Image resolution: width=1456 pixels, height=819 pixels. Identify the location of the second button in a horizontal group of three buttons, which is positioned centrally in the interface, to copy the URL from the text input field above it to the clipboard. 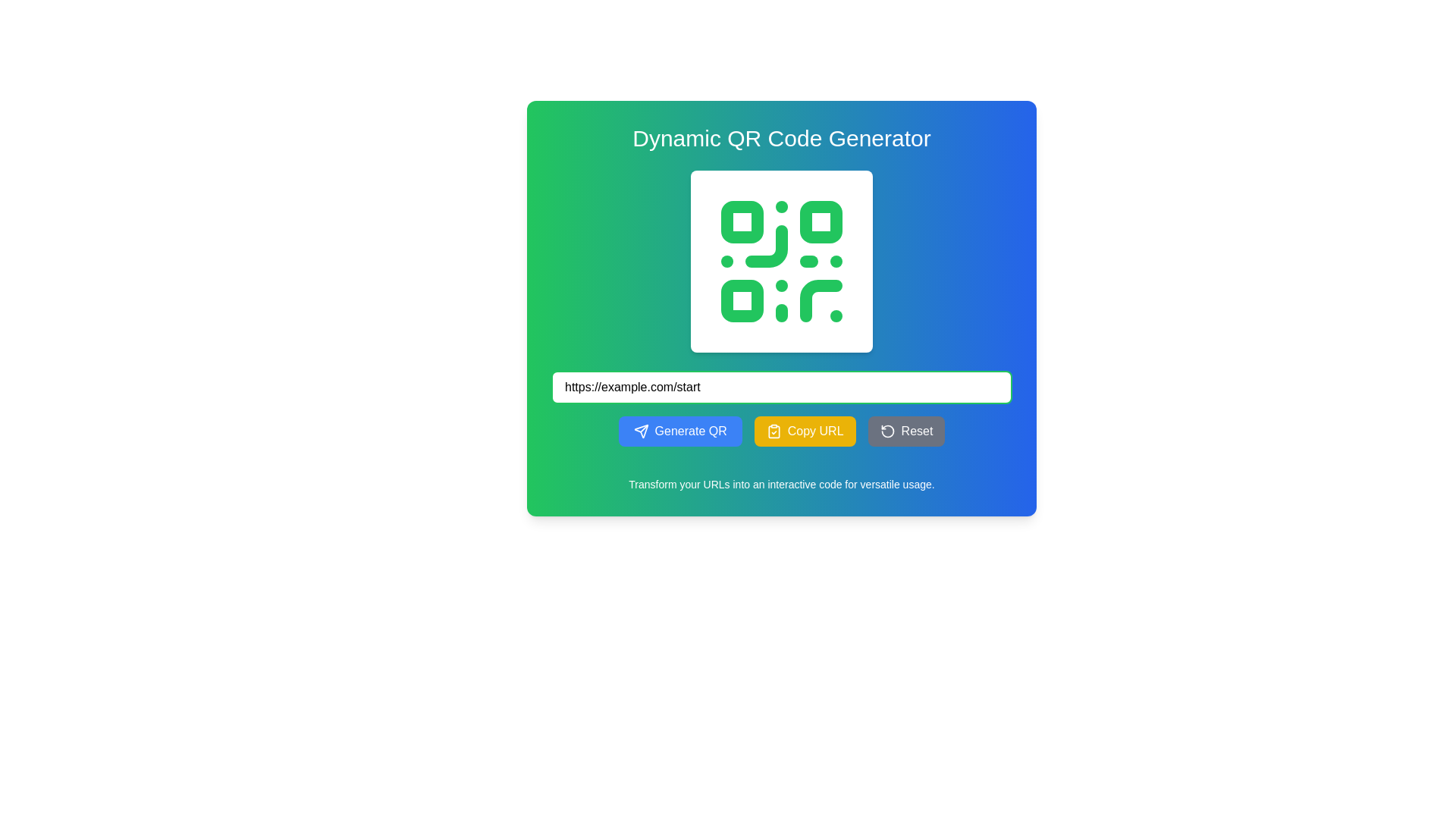
(804, 431).